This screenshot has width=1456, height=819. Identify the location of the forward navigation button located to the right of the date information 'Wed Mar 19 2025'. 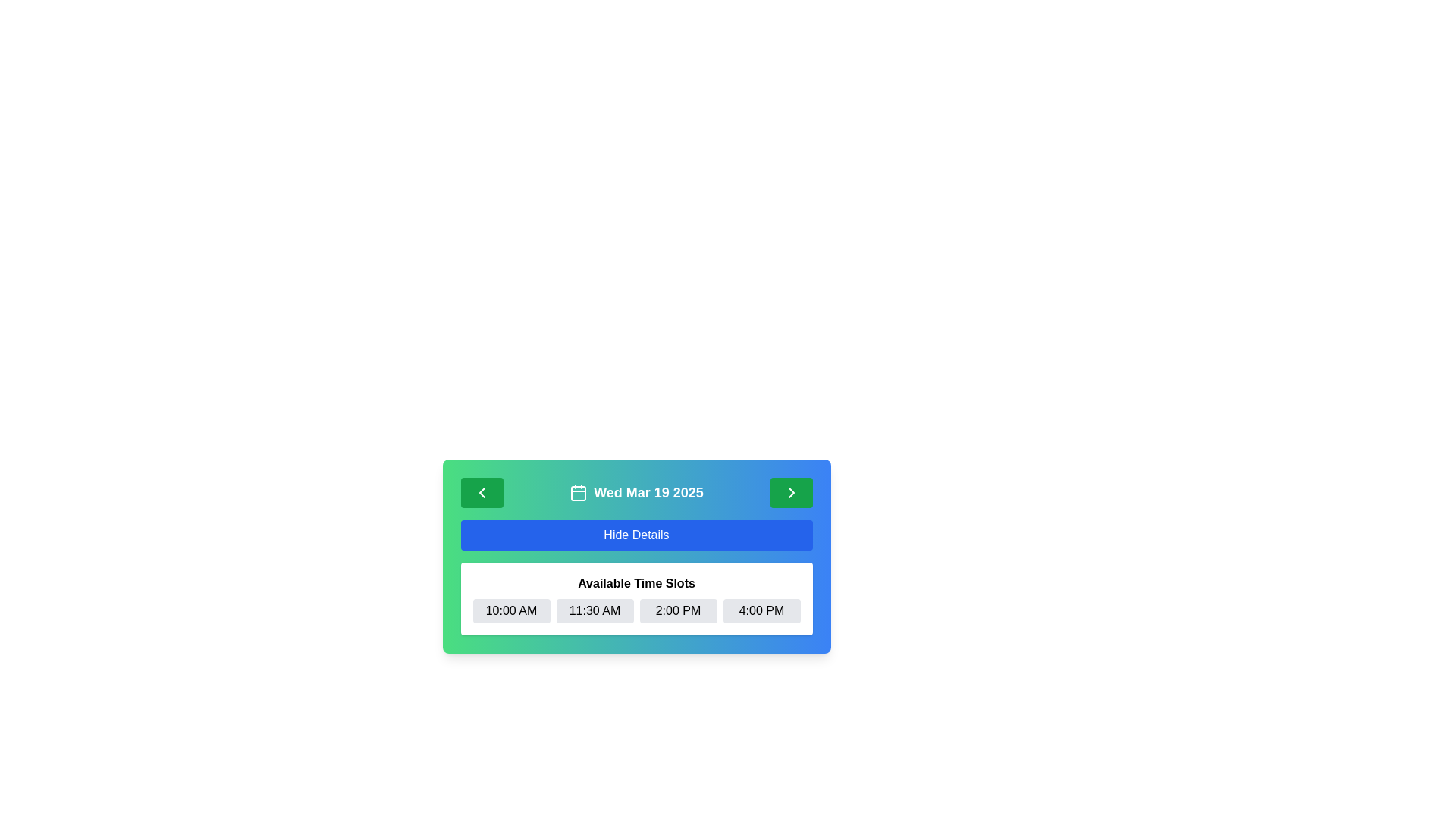
(790, 493).